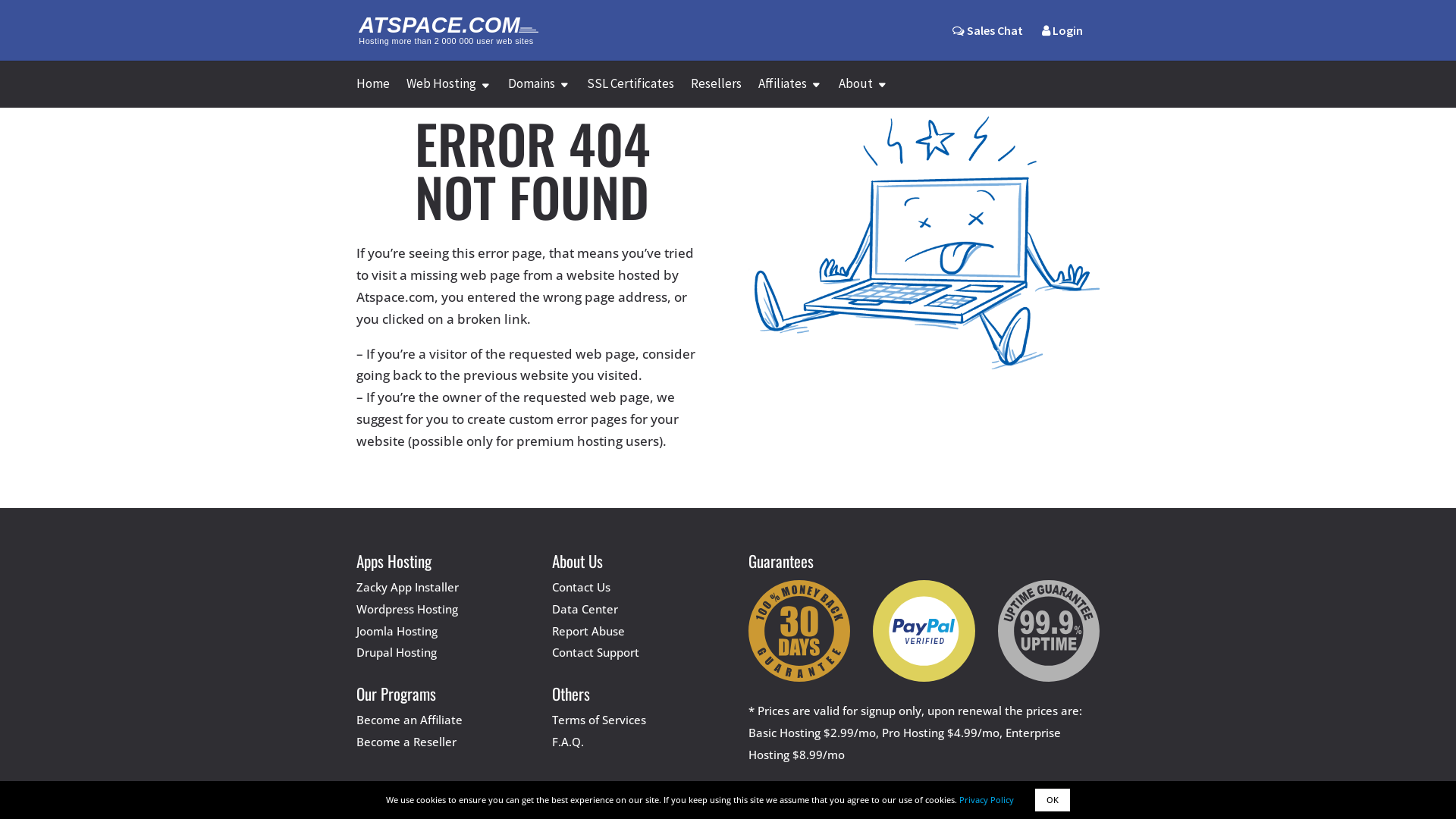 This screenshot has width=1456, height=819. Describe the element at coordinates (356, 651) in the screenshot. I see `'Drupal Hosting'` at that location.